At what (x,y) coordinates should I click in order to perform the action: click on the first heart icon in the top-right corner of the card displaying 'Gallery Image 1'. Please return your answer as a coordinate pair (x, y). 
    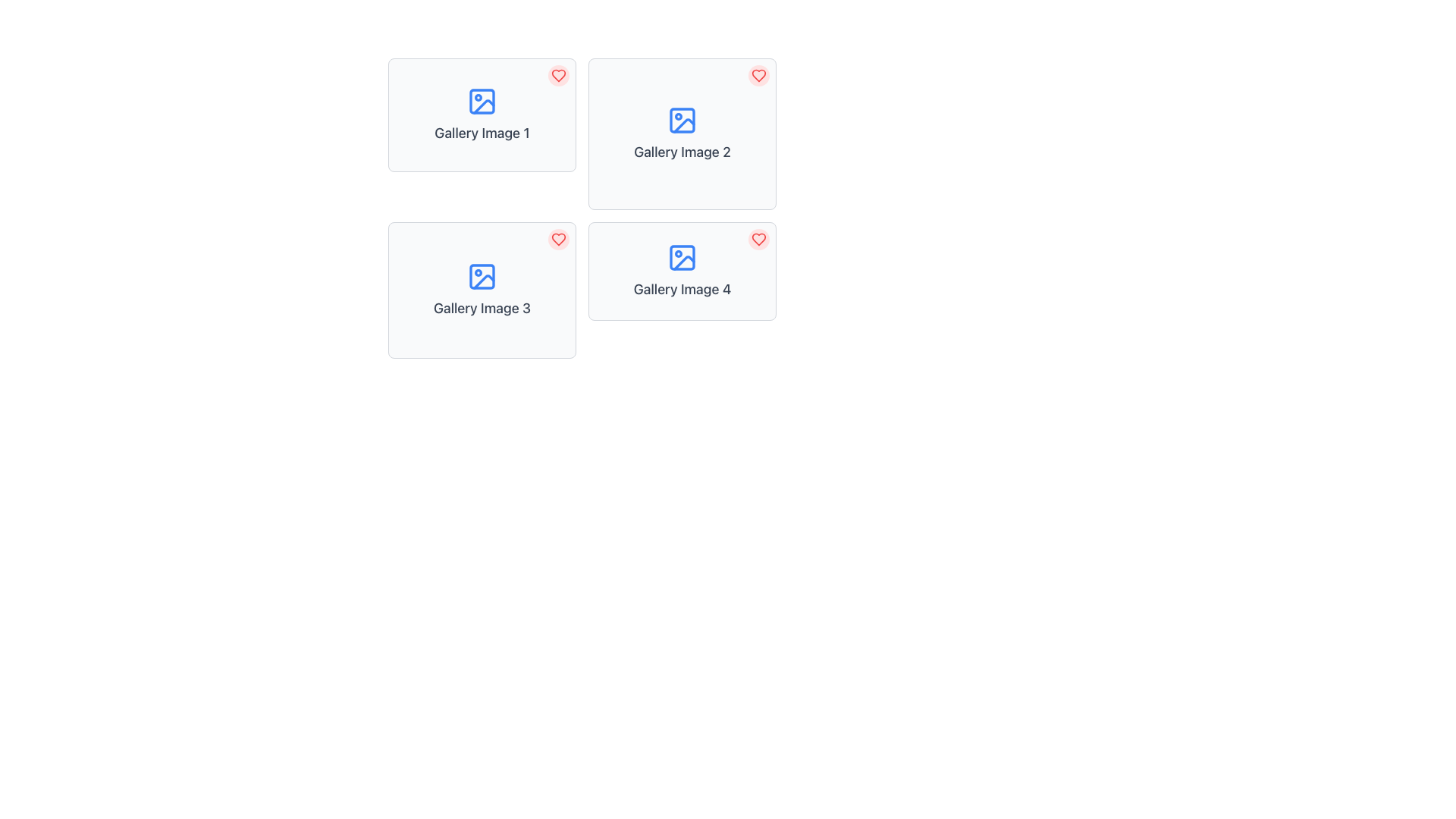
    Looking at the image, I should click on (558, 76).